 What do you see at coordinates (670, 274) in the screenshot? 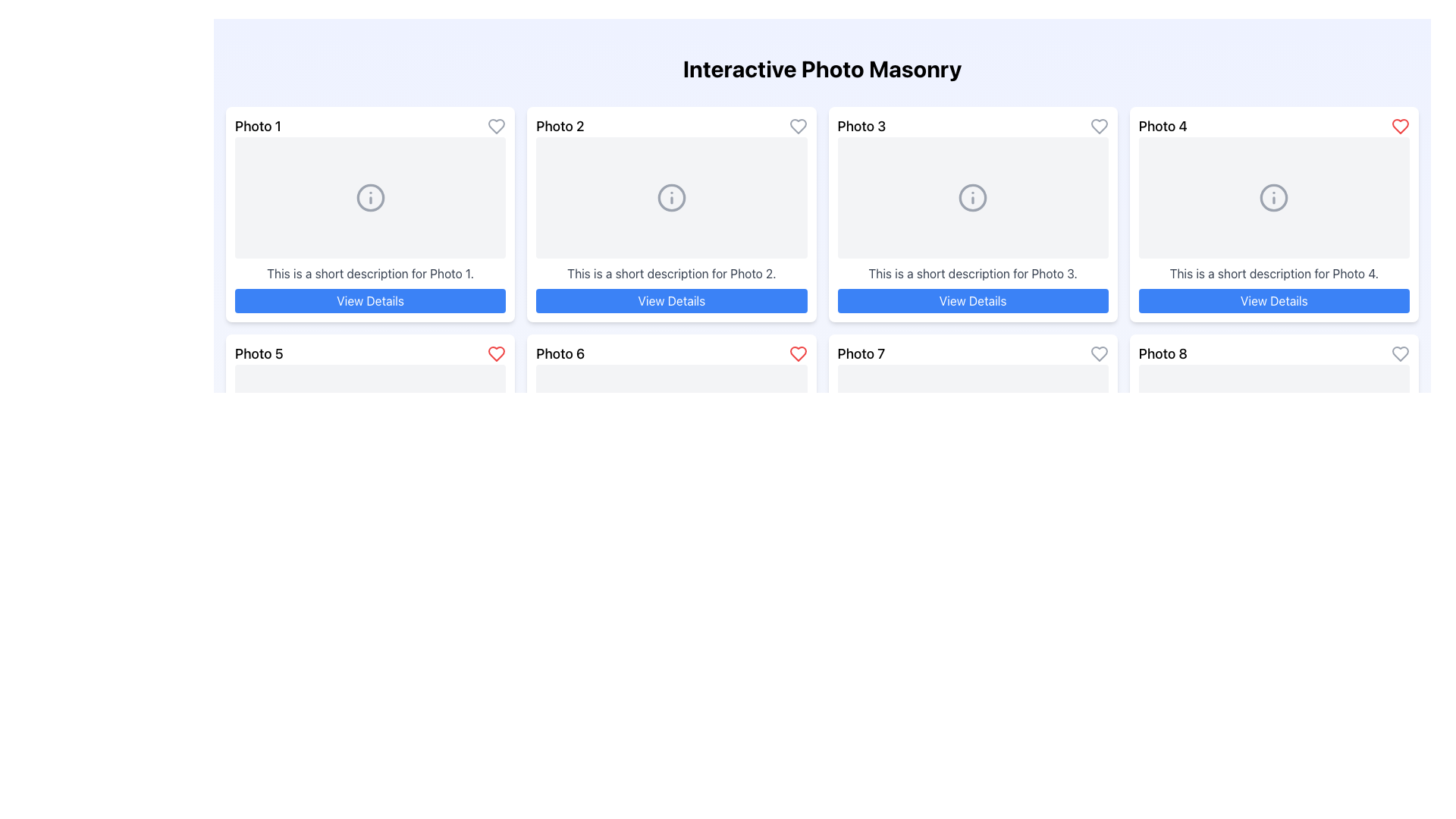
I see `the static text element that describes 'This is a short description for Photo 2.' located below the photo and above the 'View Details' button` at bounding box center [670, 274].